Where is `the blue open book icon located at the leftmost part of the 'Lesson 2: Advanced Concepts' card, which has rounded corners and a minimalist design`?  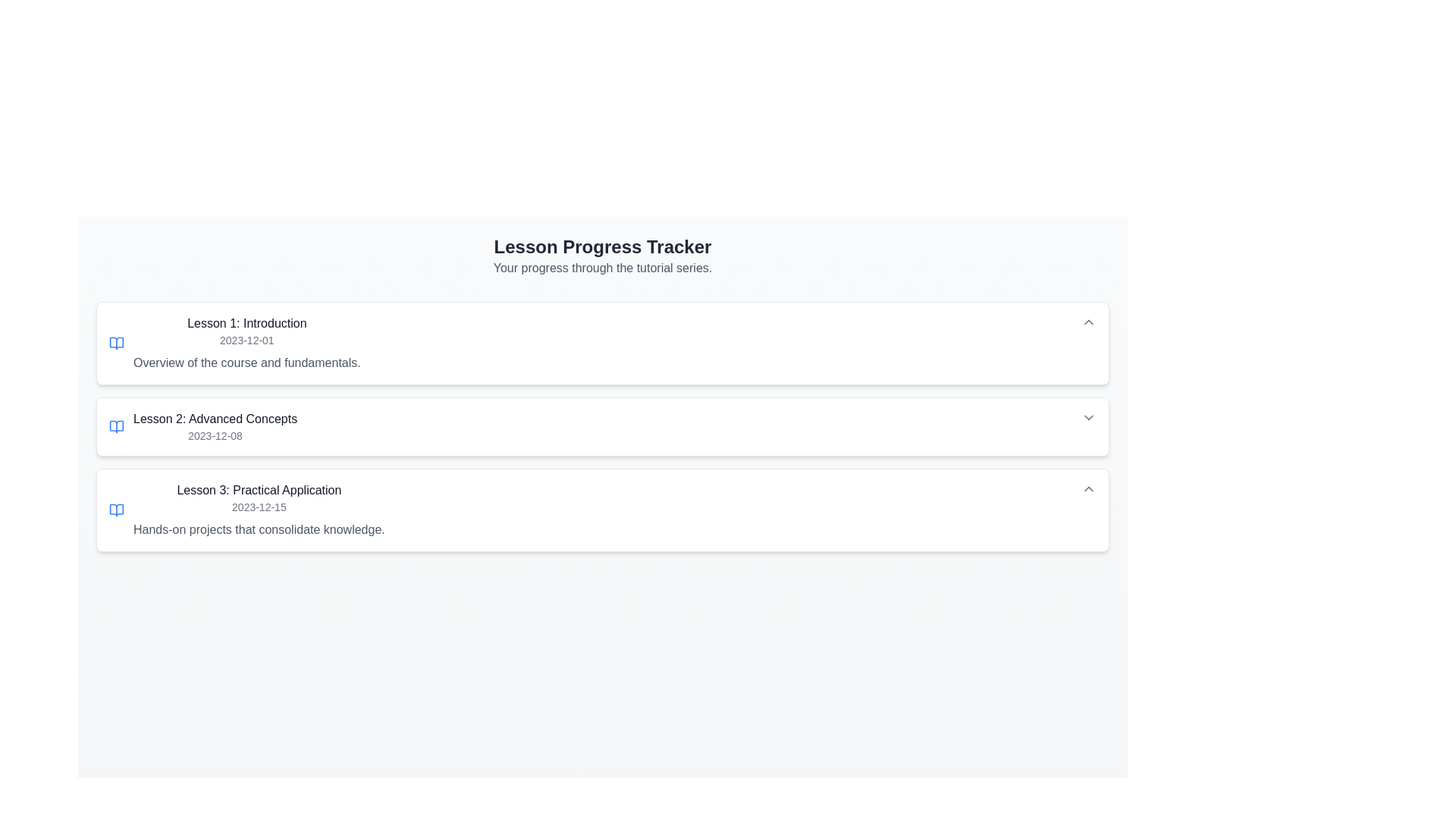
the blue open book icon located at the leftmost part of the 'Lesson 2: Advanced Concepts' card, which has rounded corners and a minimalist design is located at coordinates (115, 427).